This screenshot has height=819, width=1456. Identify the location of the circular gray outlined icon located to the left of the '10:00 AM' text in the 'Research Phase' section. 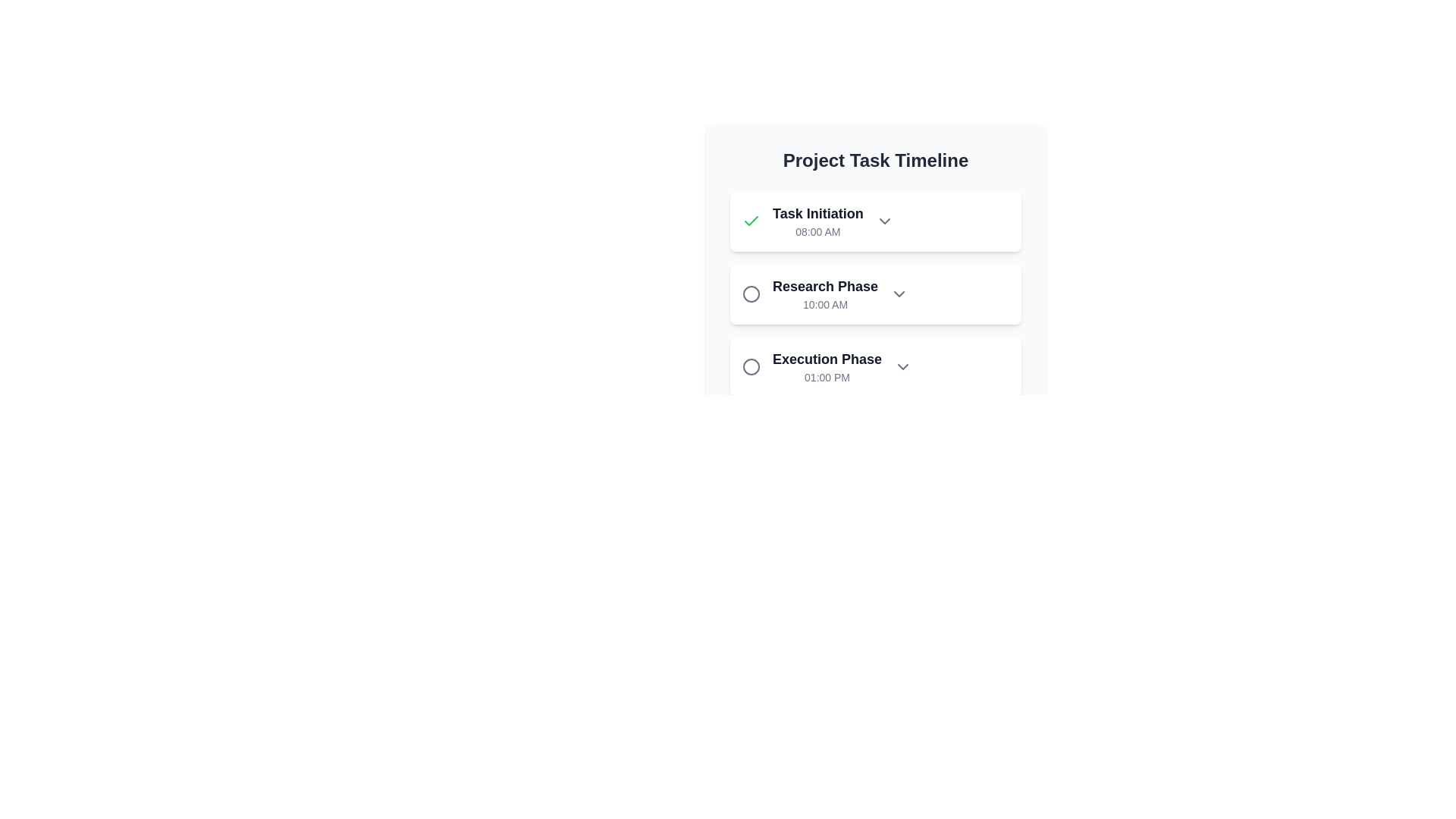
(751, 294).